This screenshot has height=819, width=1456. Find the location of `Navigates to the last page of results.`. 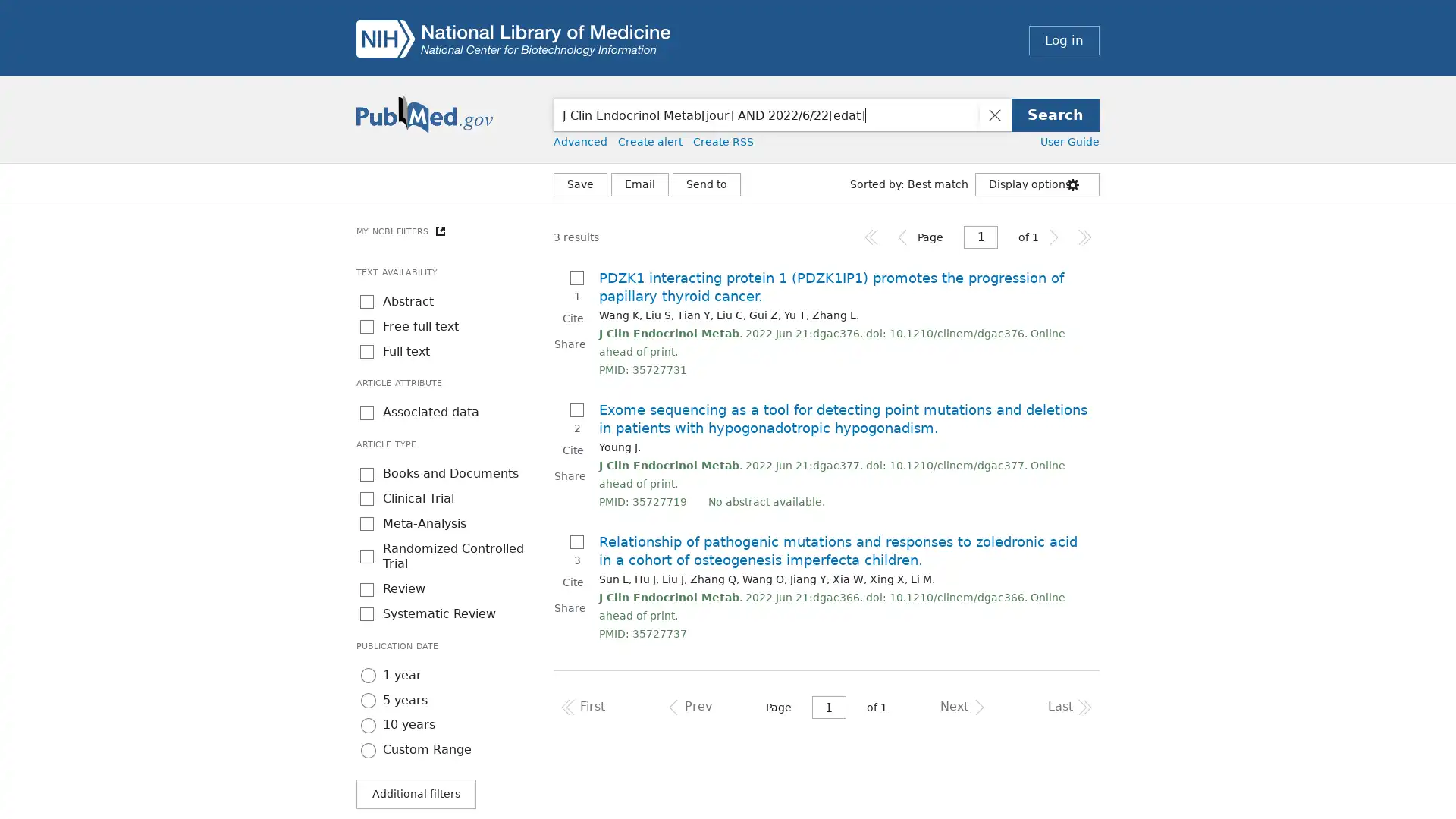

Navigates to the last page of results. is located at coordinates (1067, 708).